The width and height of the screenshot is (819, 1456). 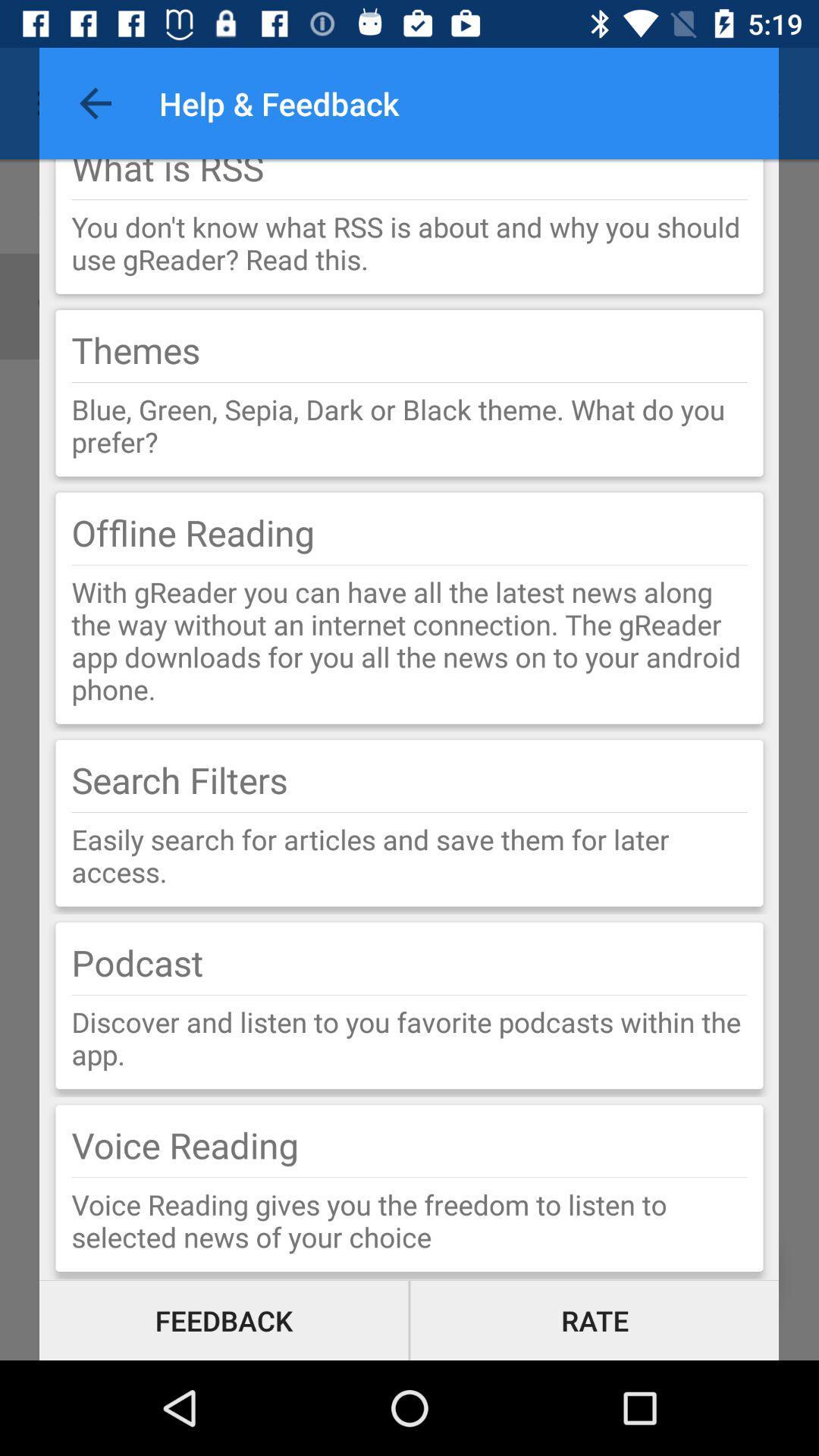 What do you see at coordinates (409, 811) in the screenshot?
I see `the item above easily search for icon` at bounding box center [409, 811].